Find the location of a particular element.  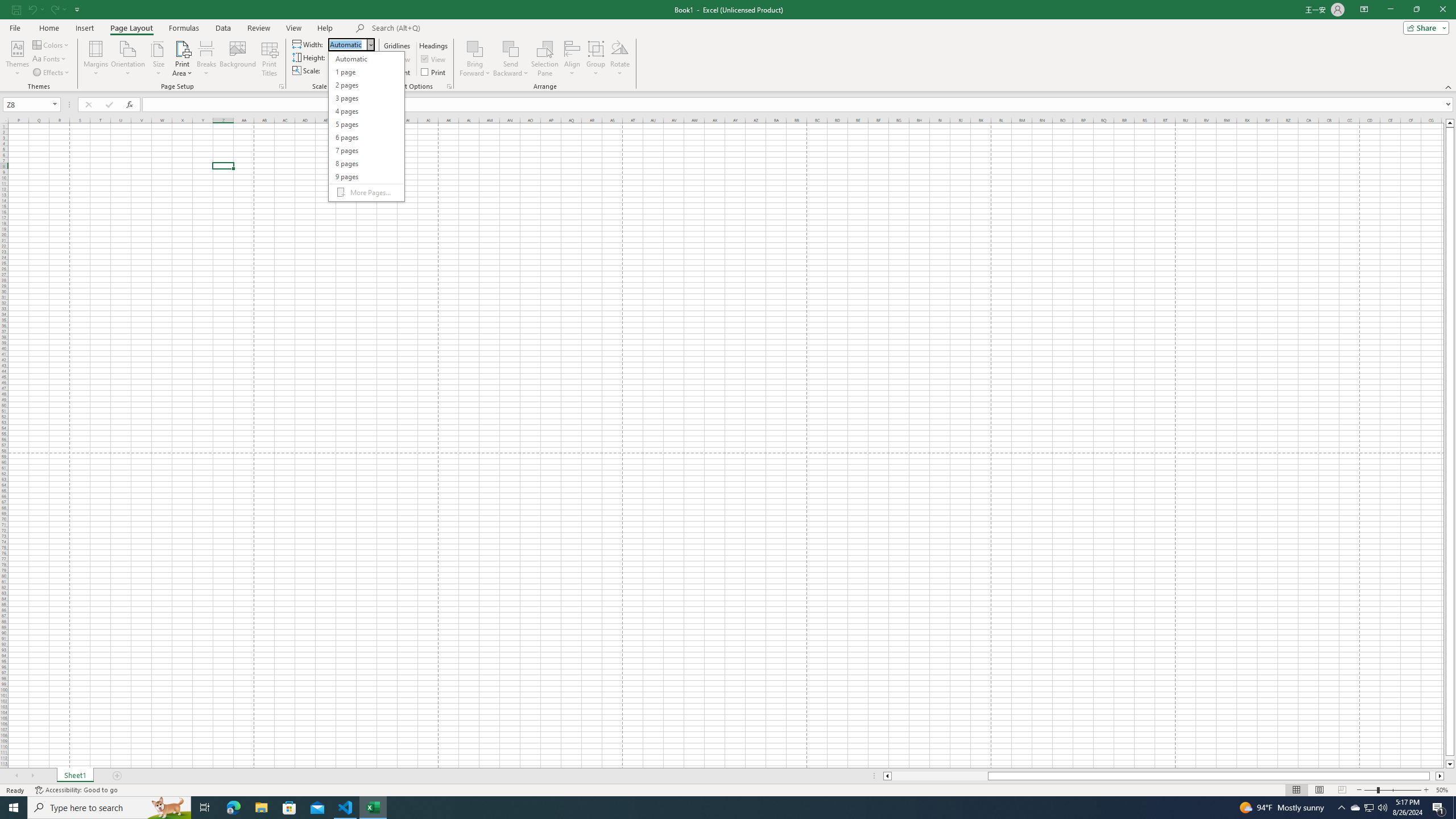

'Orientation' is located at coordinates (127, 59).